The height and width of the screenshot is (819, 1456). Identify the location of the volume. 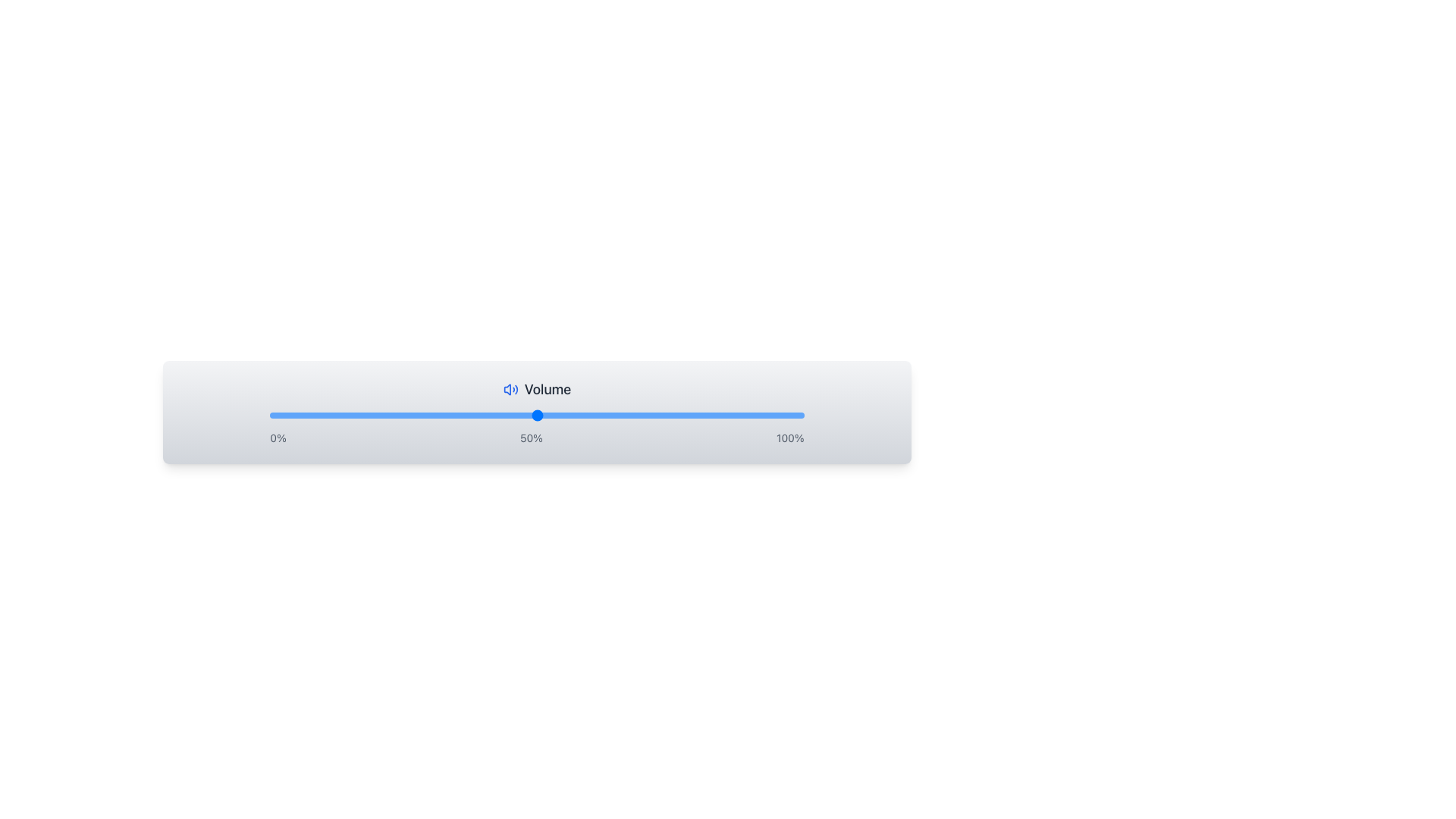
(611, 415).